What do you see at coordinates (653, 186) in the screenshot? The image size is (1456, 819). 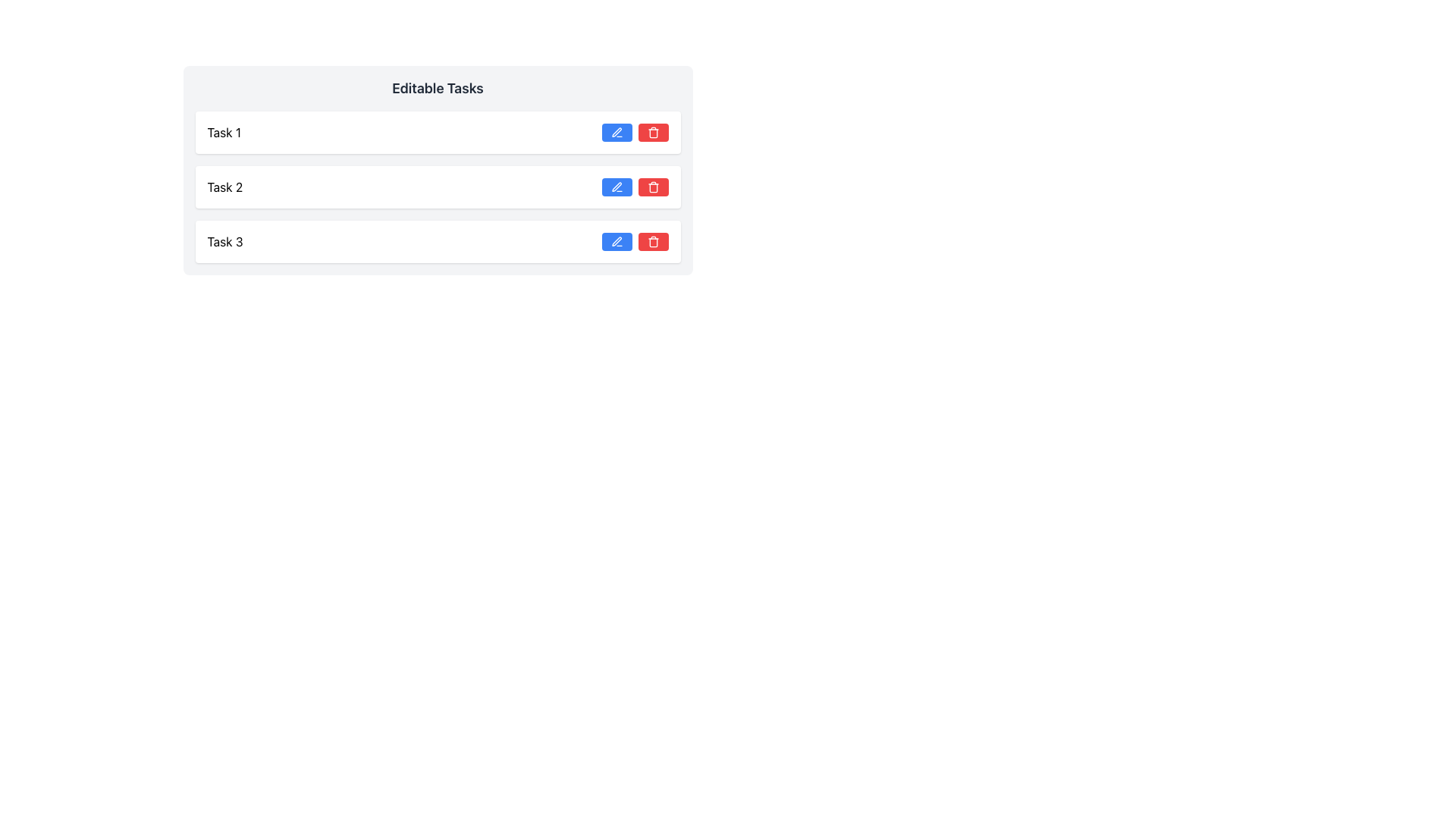 I see `the delete button for 'Task 2'` at bounding box center [653, 186].